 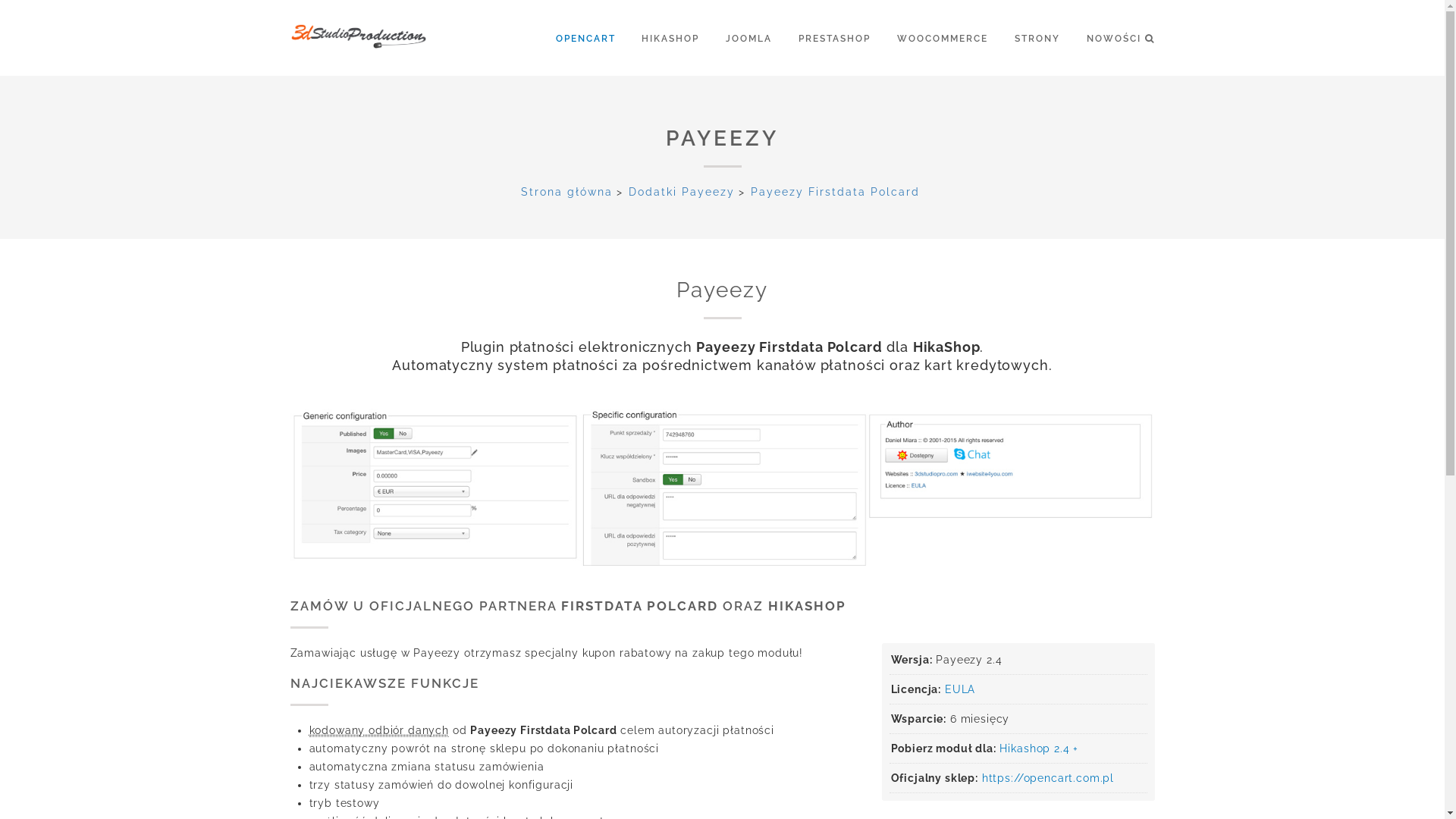 What do you see at coordinates (845, 37) in the screenshot?
I see `'PRESTASHOP'` at bounding box center [845, 37].